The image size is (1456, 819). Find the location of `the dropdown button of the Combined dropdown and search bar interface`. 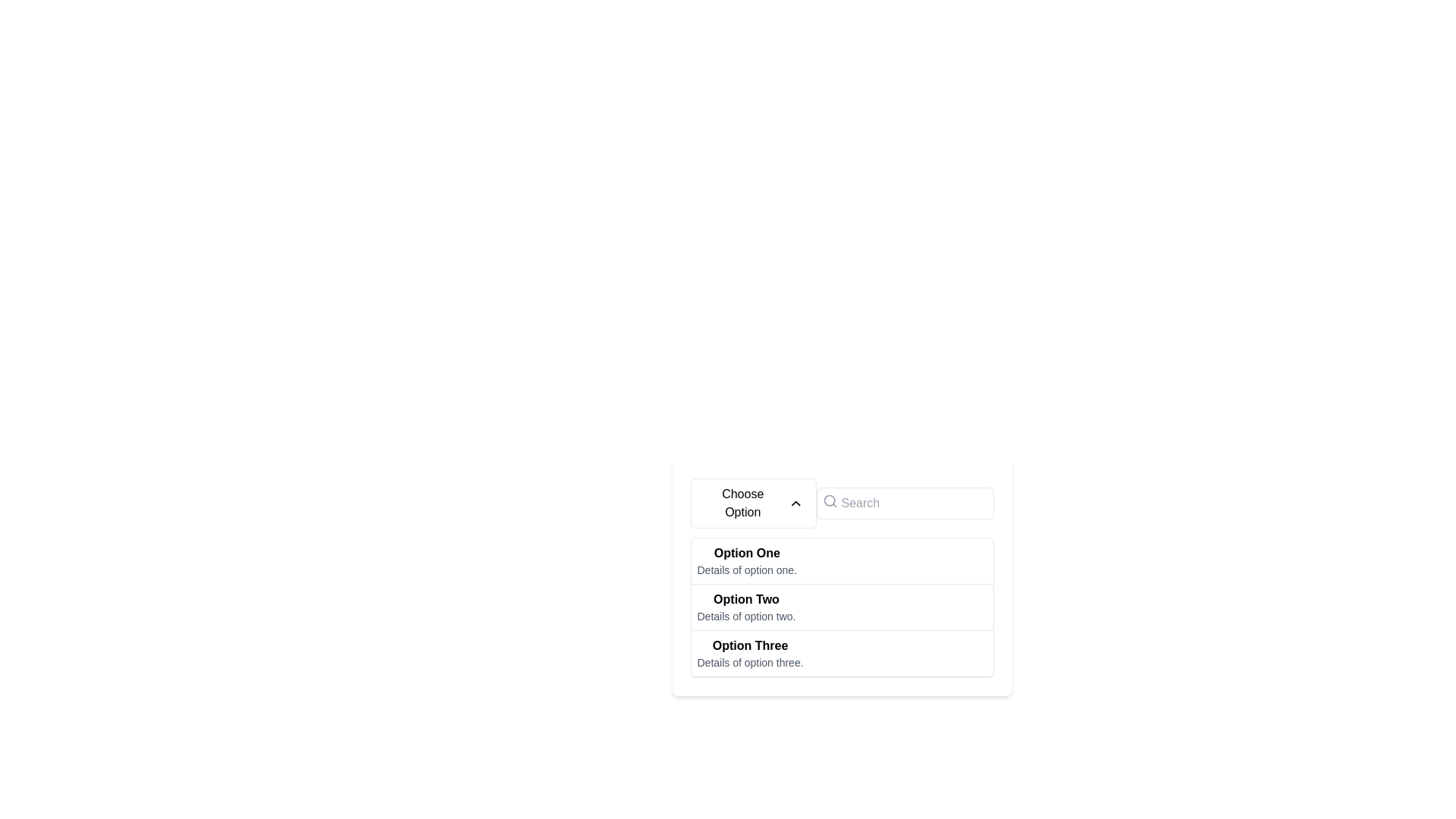

the dropdown button of the Combined dropdown and search bar interface is located at coordinates (841, 503).